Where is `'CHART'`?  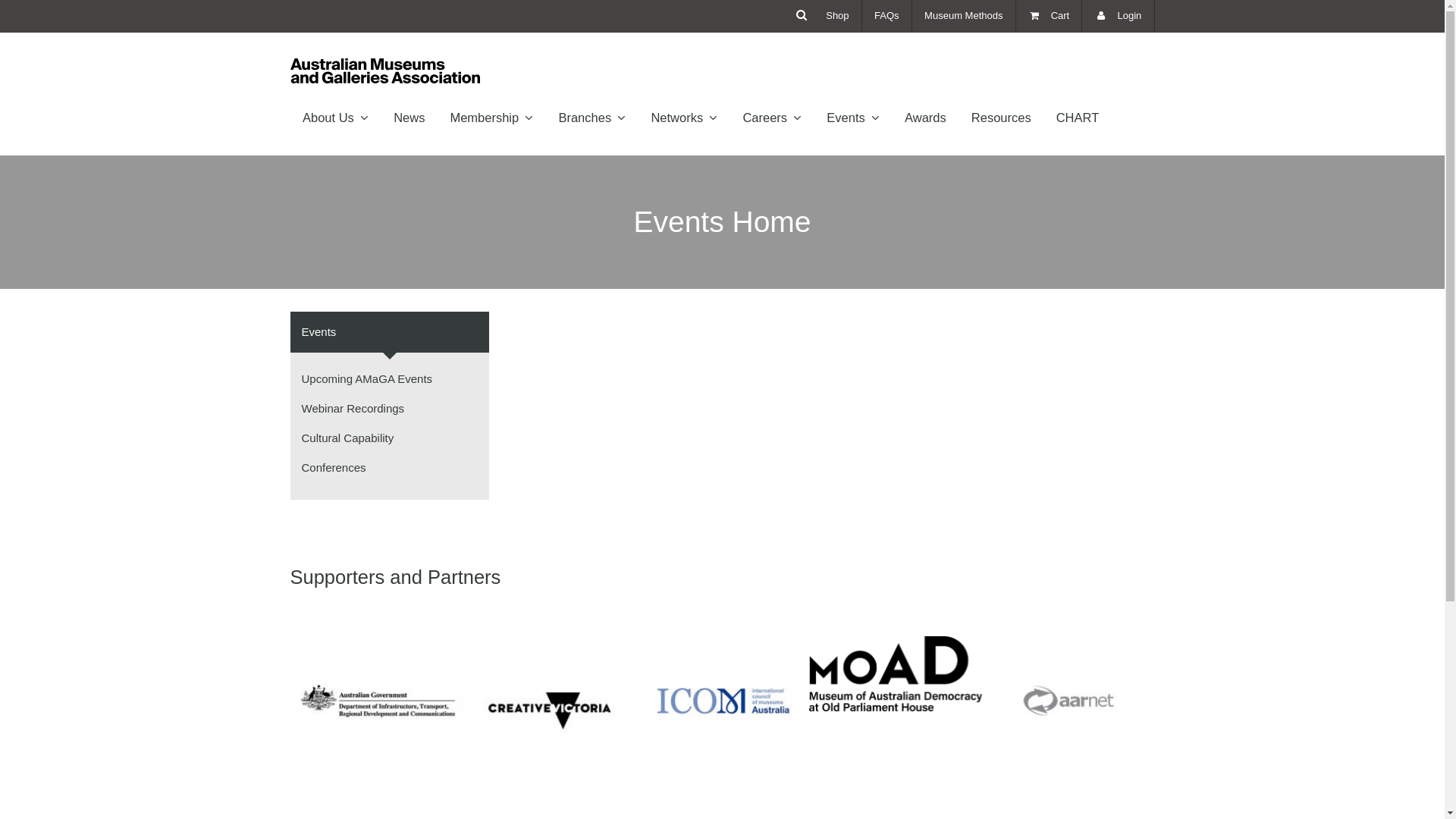
'CHART' is located at coordinates (1043, 116).